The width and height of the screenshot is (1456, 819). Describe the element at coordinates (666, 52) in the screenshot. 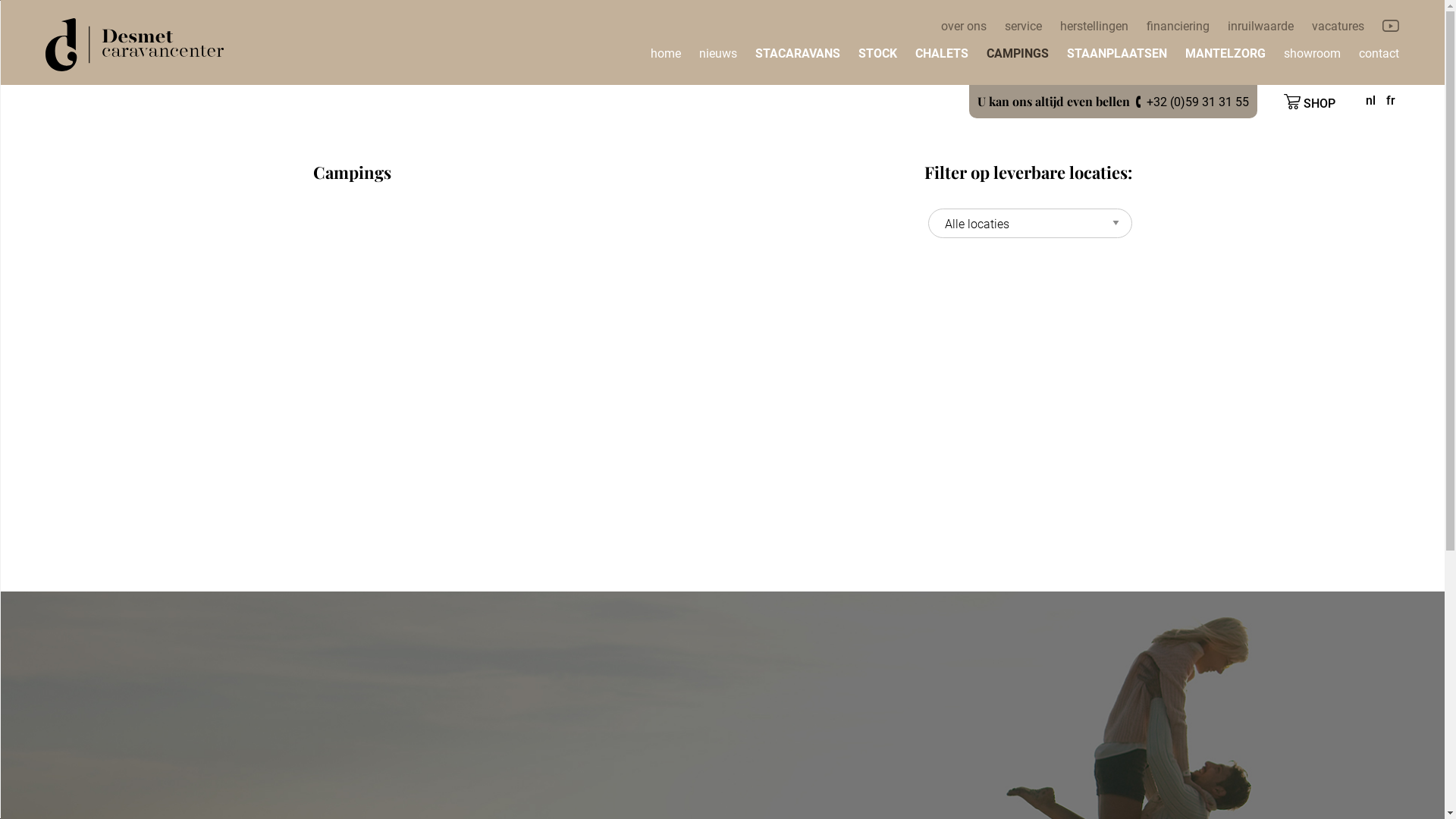

I see `'home'` at that location.